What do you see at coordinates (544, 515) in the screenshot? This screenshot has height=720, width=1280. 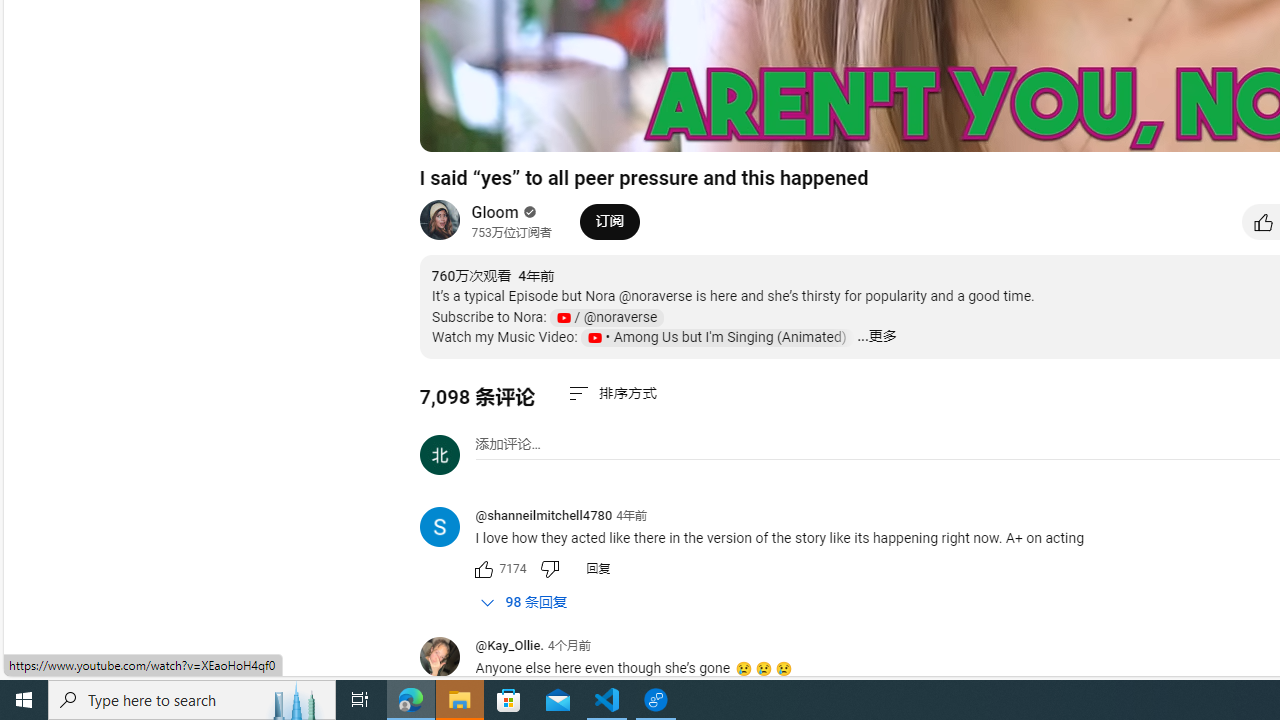 I see `'@shanneilmitchell4780'` at bounding box center [544, 515].